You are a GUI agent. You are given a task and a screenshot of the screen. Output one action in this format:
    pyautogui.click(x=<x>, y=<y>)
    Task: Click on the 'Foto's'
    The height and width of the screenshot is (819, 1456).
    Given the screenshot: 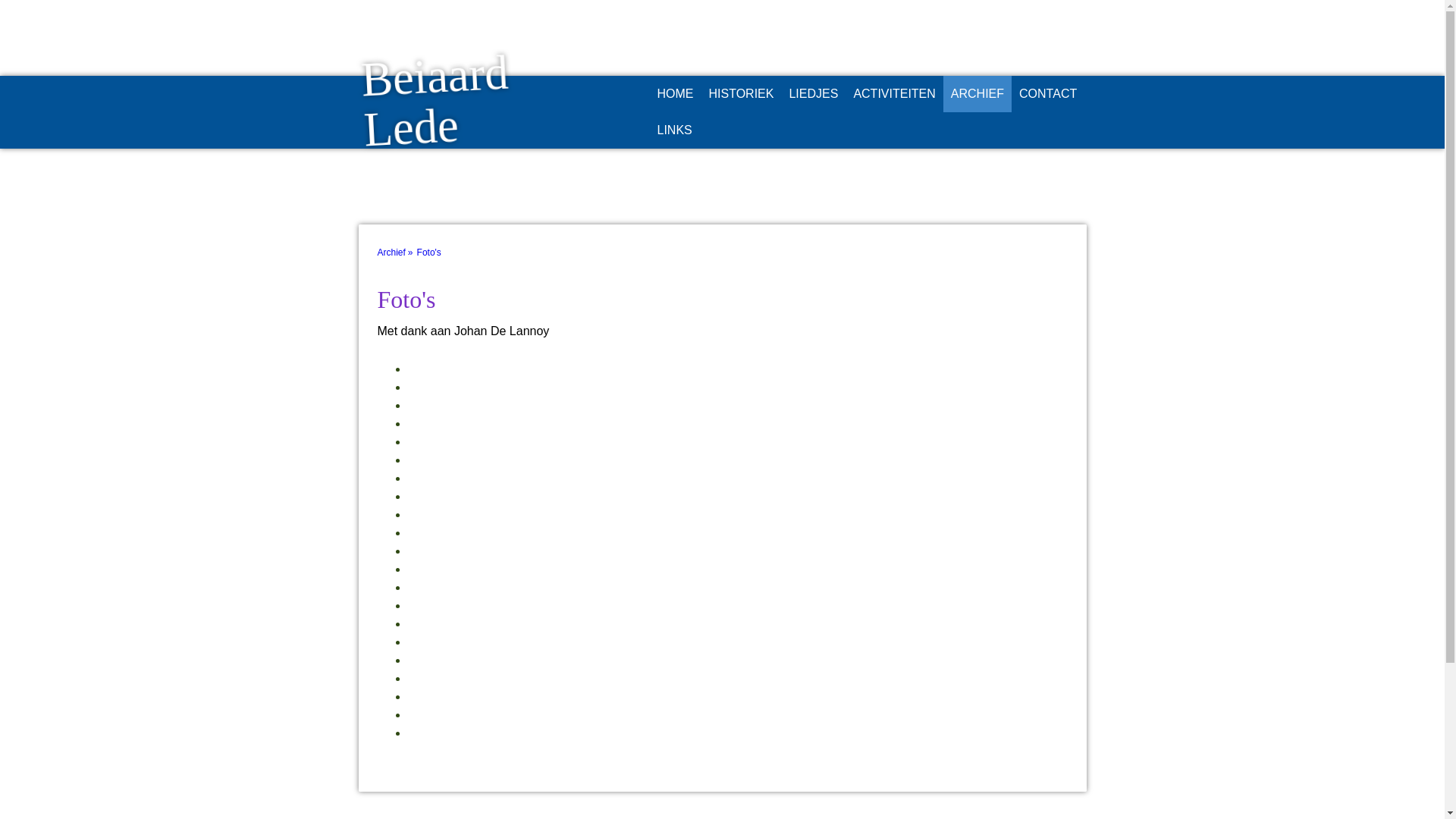 What is the action you would take?
    pyautogui.click(x=431, y=251)
    